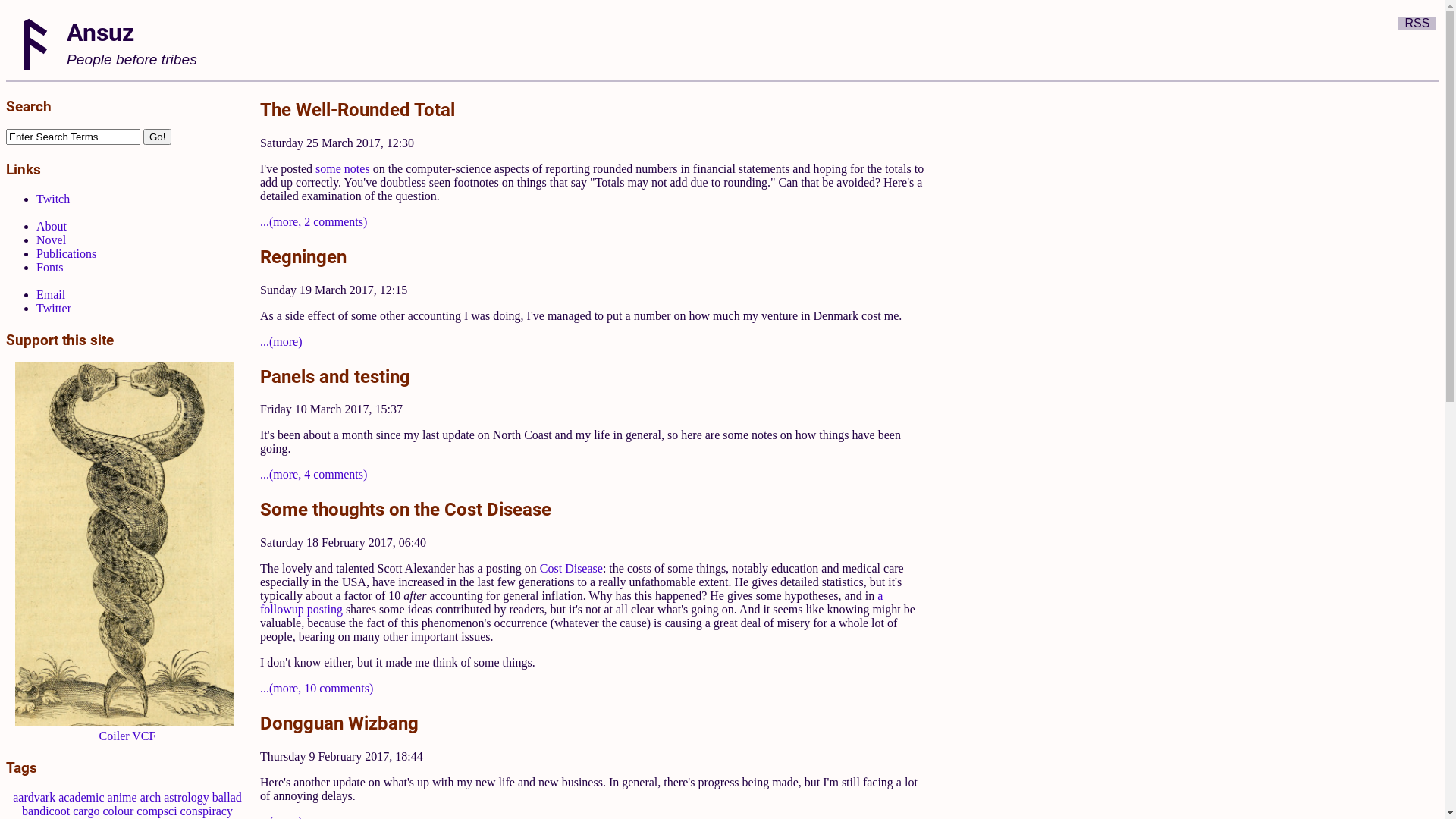 Image resolution: width=1456 pixels, height=819 pixels. I want to click on 'Panels and testing', so click(334, 375).